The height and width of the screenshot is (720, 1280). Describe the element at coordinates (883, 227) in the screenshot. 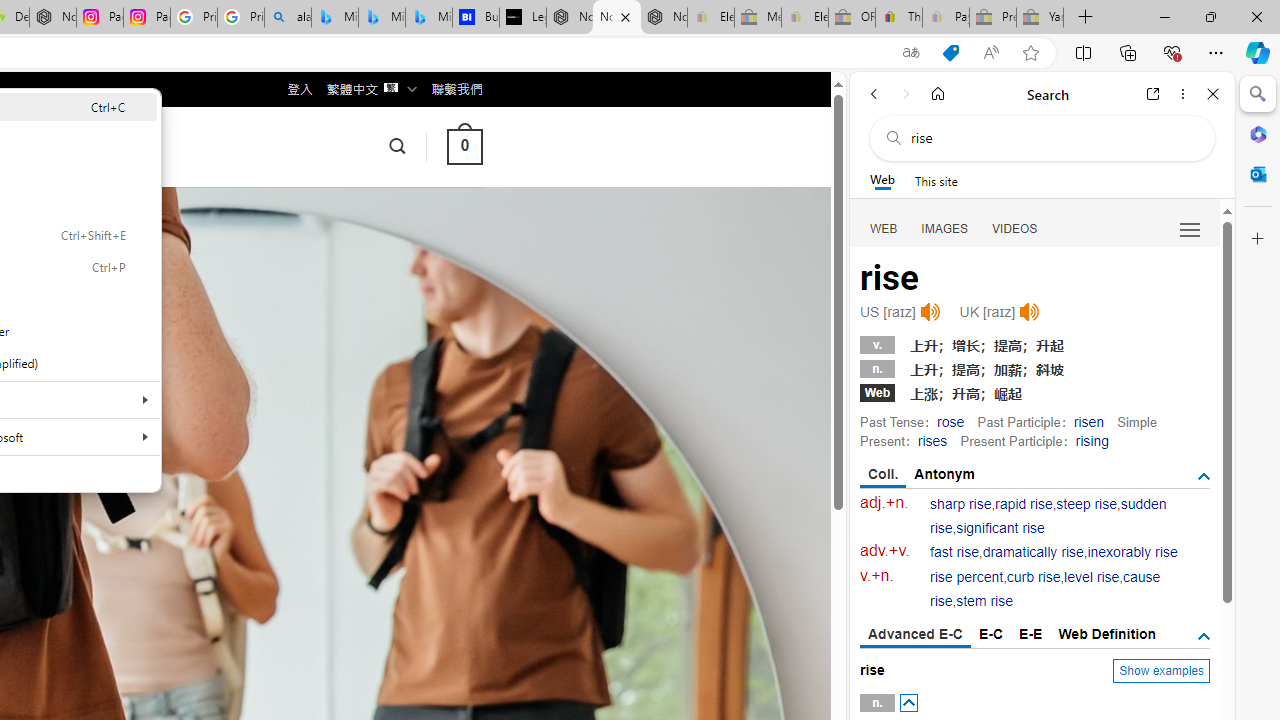

I see `'Search Filter, WEB'` at that location.